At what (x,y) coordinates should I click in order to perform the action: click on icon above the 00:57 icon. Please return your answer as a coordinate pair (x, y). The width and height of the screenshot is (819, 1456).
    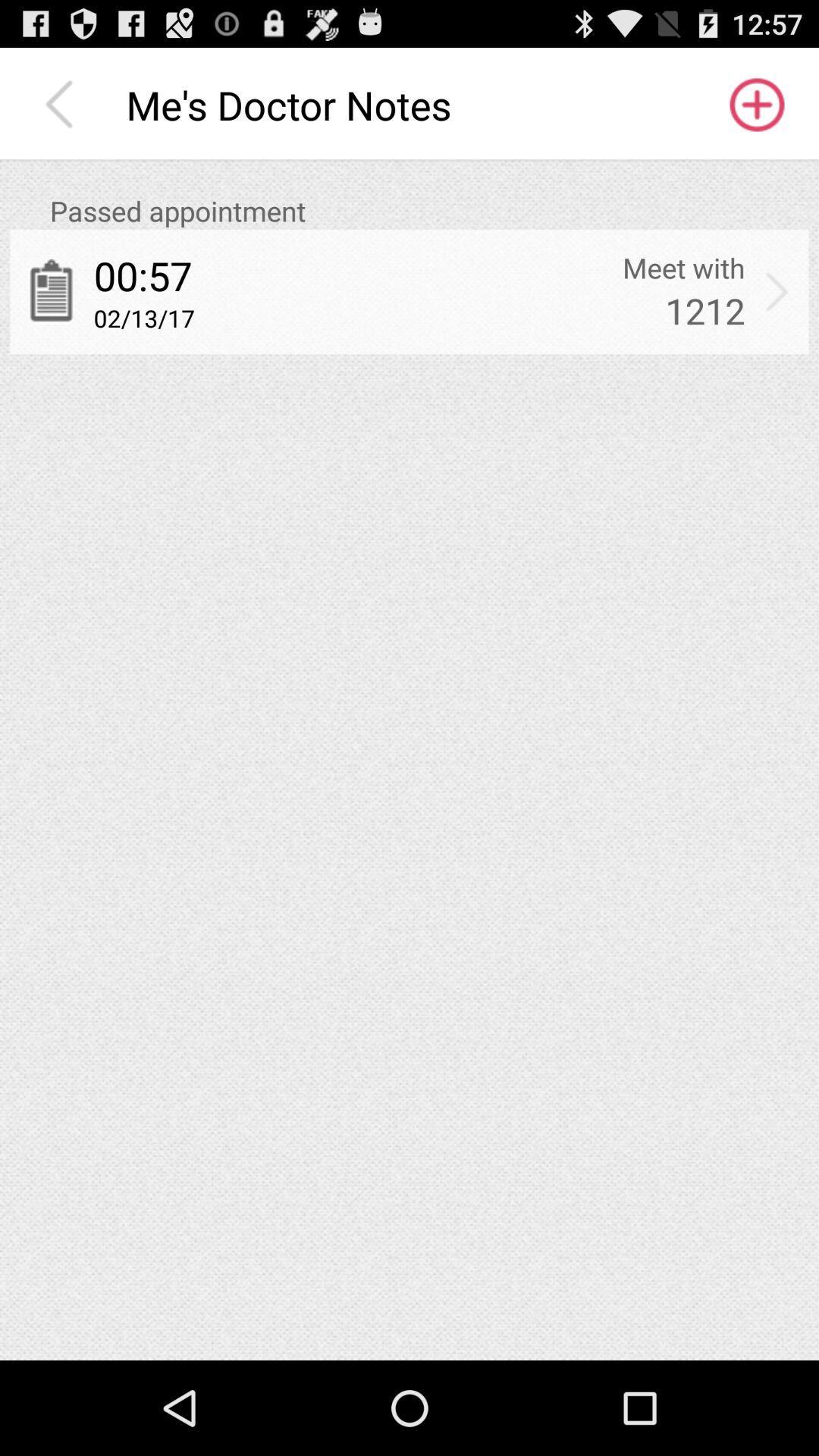
    Looking at the image, I should click on (429, 210).